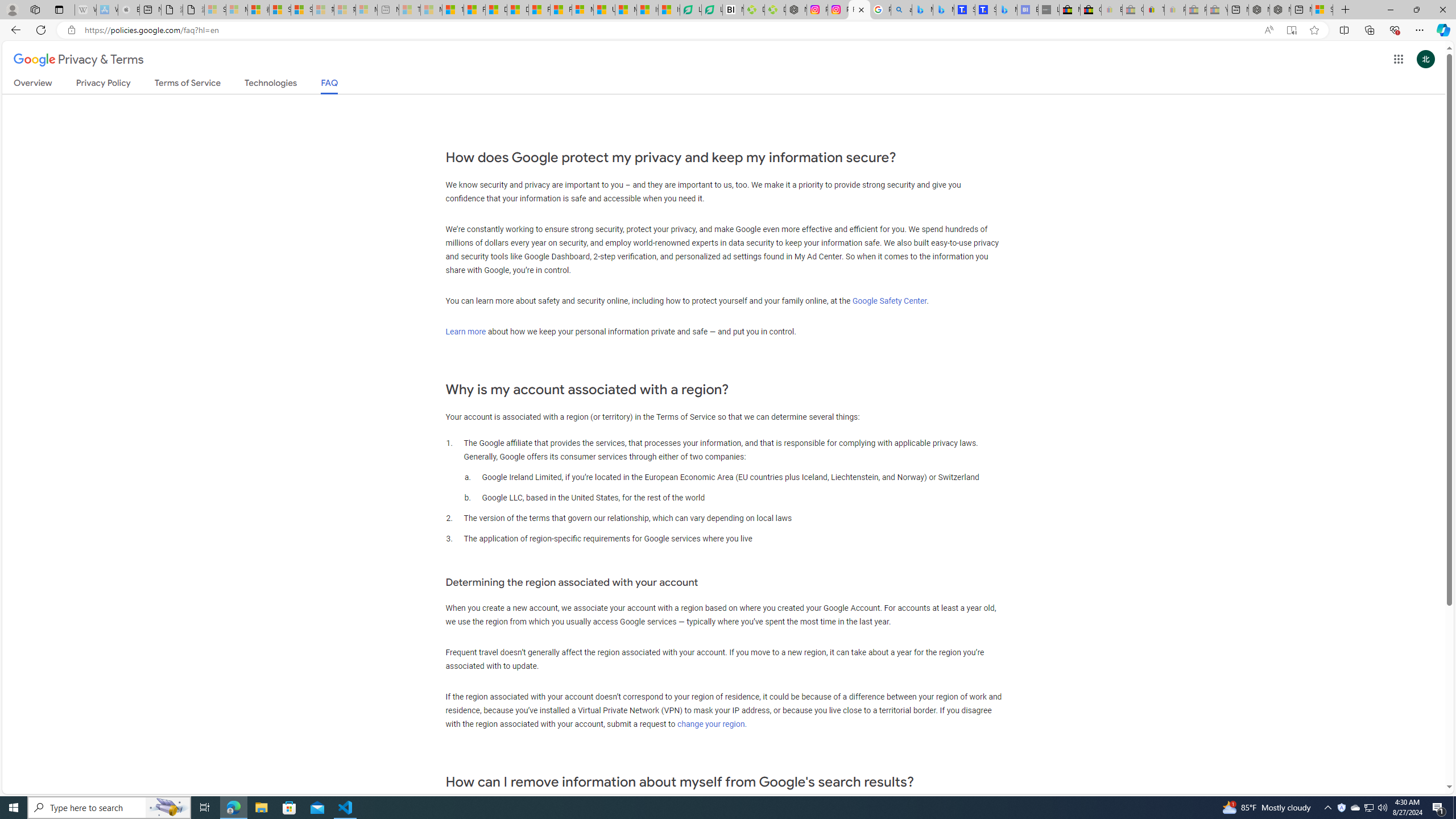  What do you see at coordinates (236, 9) in the screenshot?
I see `'Microsoft Services Agreement - Sleeping'` at bounding box center [236, 9].